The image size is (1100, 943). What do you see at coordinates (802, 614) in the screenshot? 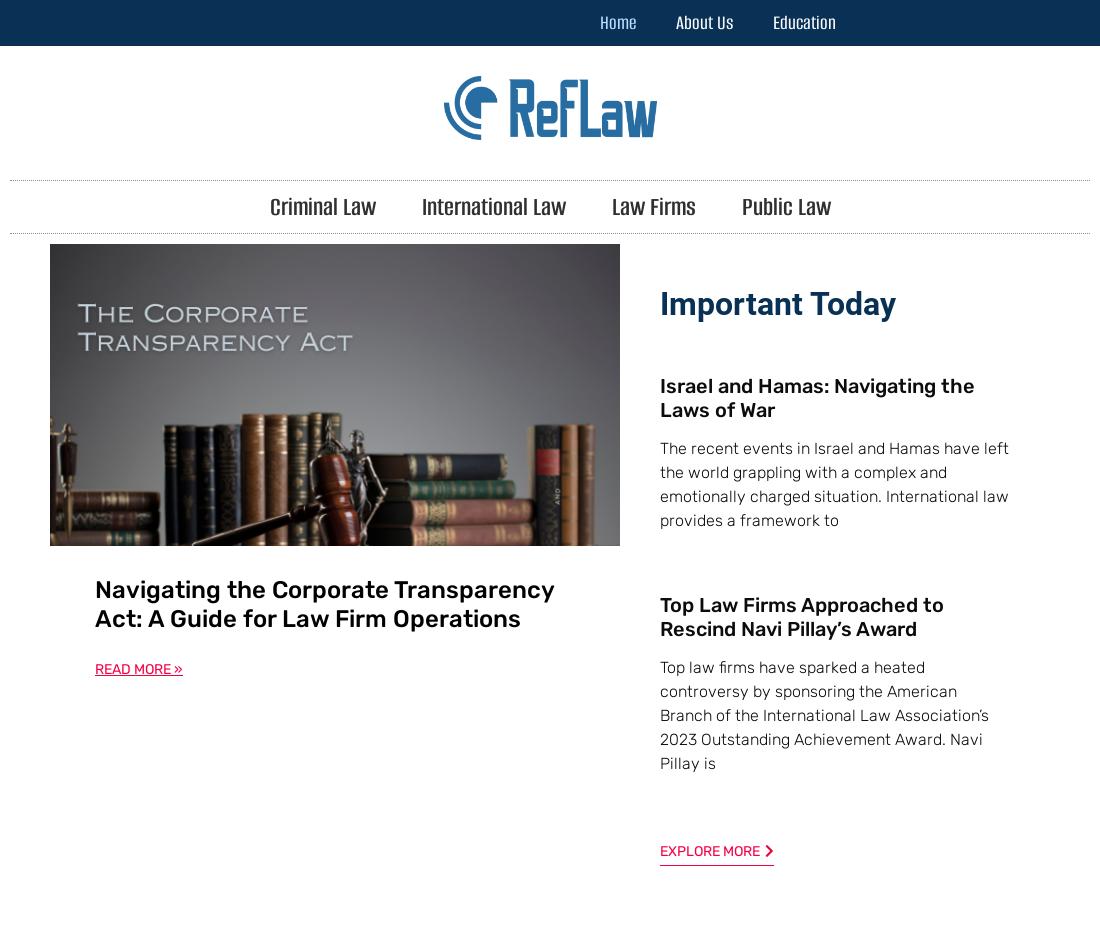
I see `'Top Law Firms Approached to Rescind Navi Pillay’s Award'` at bounding box center [802, 614].